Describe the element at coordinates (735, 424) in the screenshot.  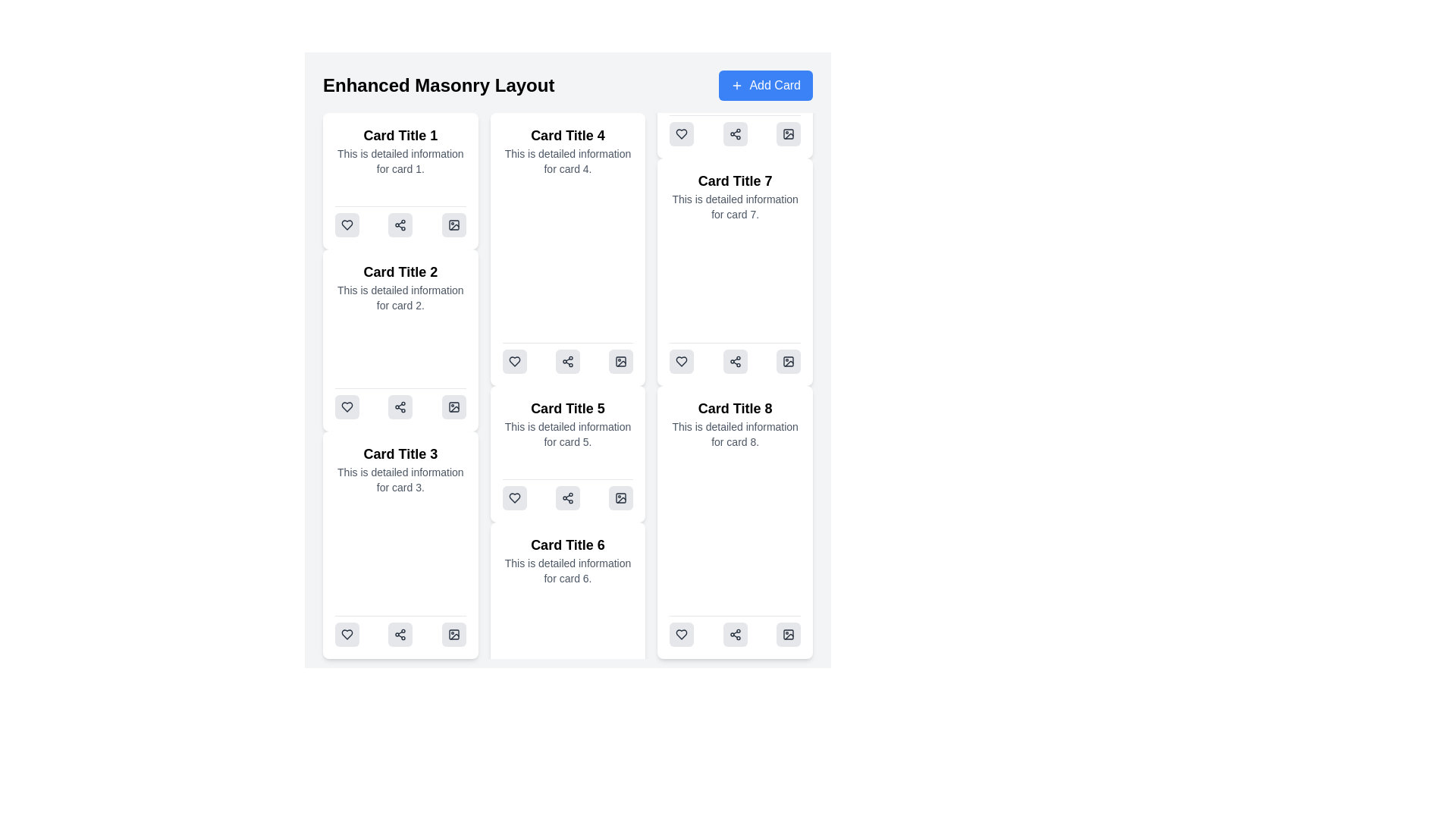
I see `text content displayed in the title and description of Card 8, located in the middle of the card in the last column of the second row of the masonry layout` at that location.